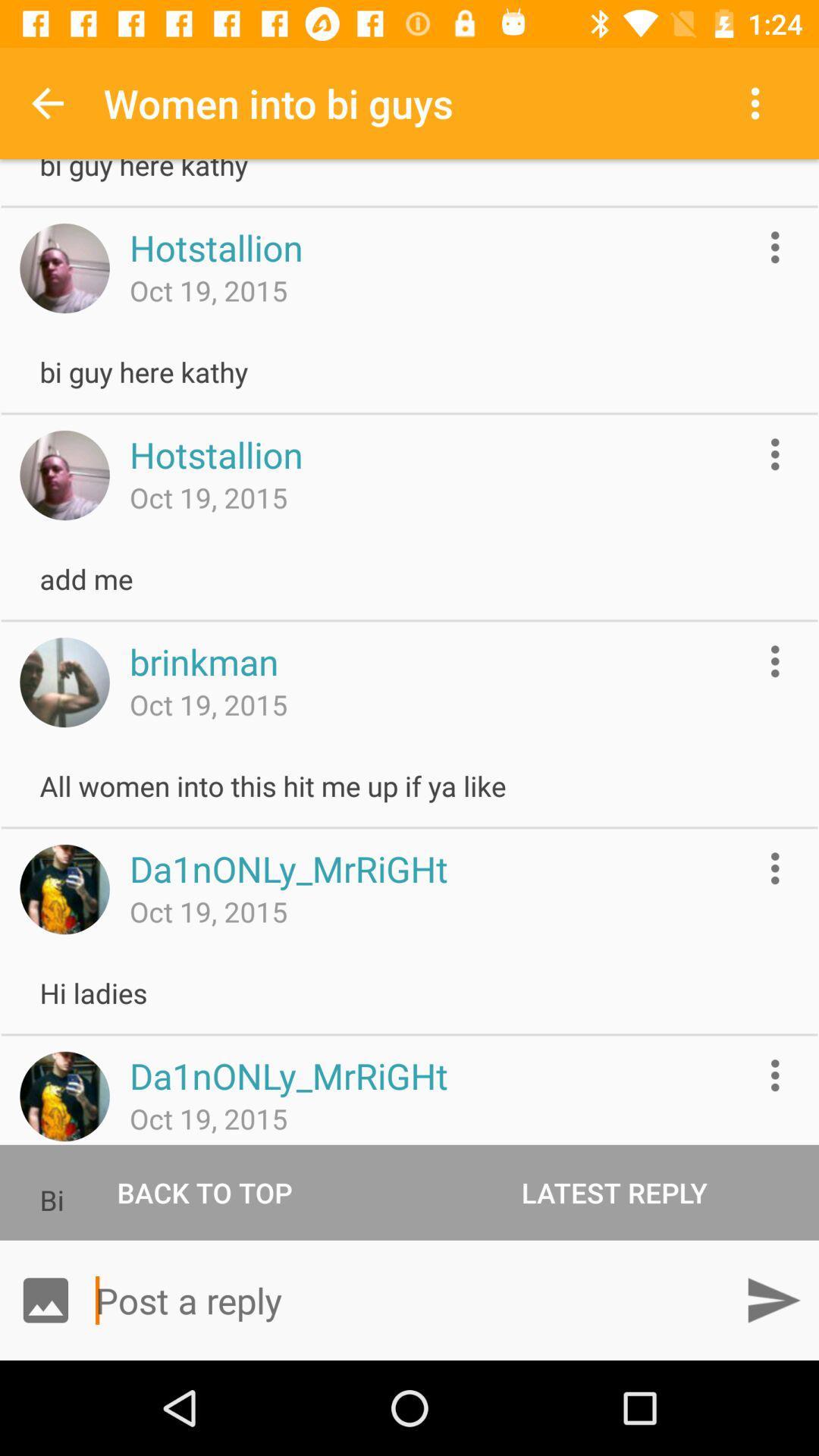  Describe the element at coordinates (409, 1299) in the screenshot. I see `write reply` at that location.